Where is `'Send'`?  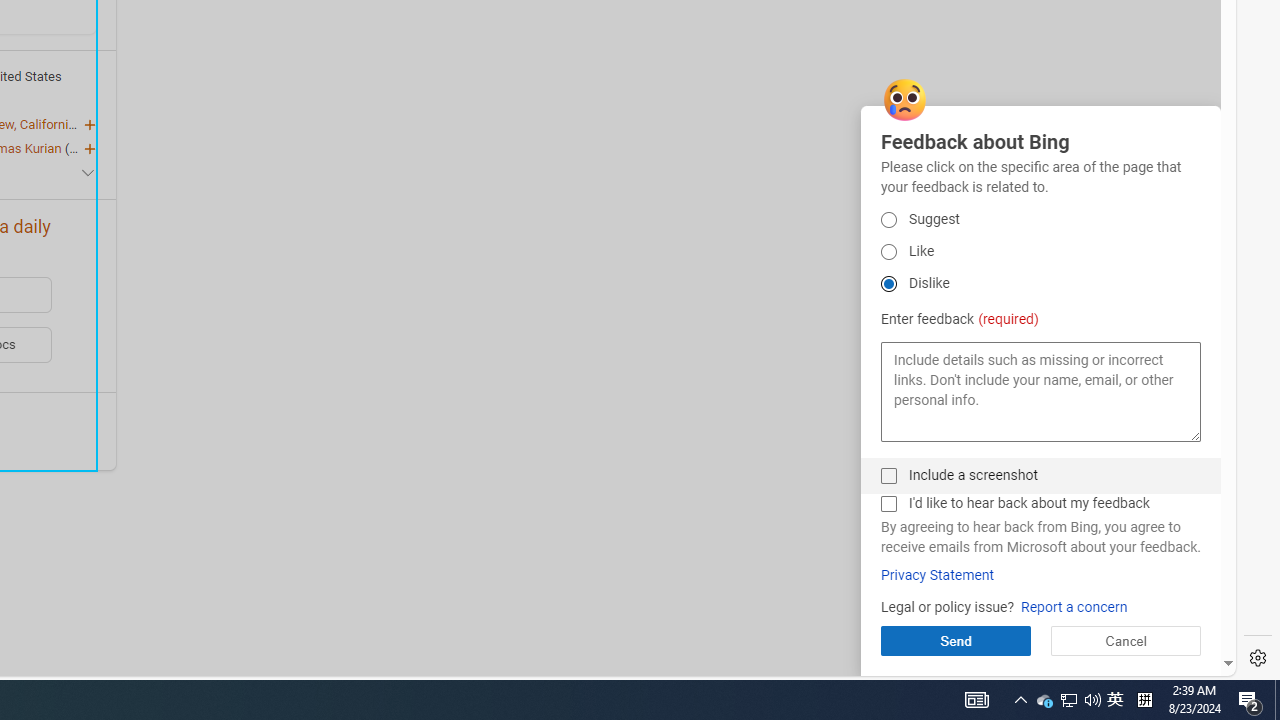 'Send' is located at coordinates (954, 640).